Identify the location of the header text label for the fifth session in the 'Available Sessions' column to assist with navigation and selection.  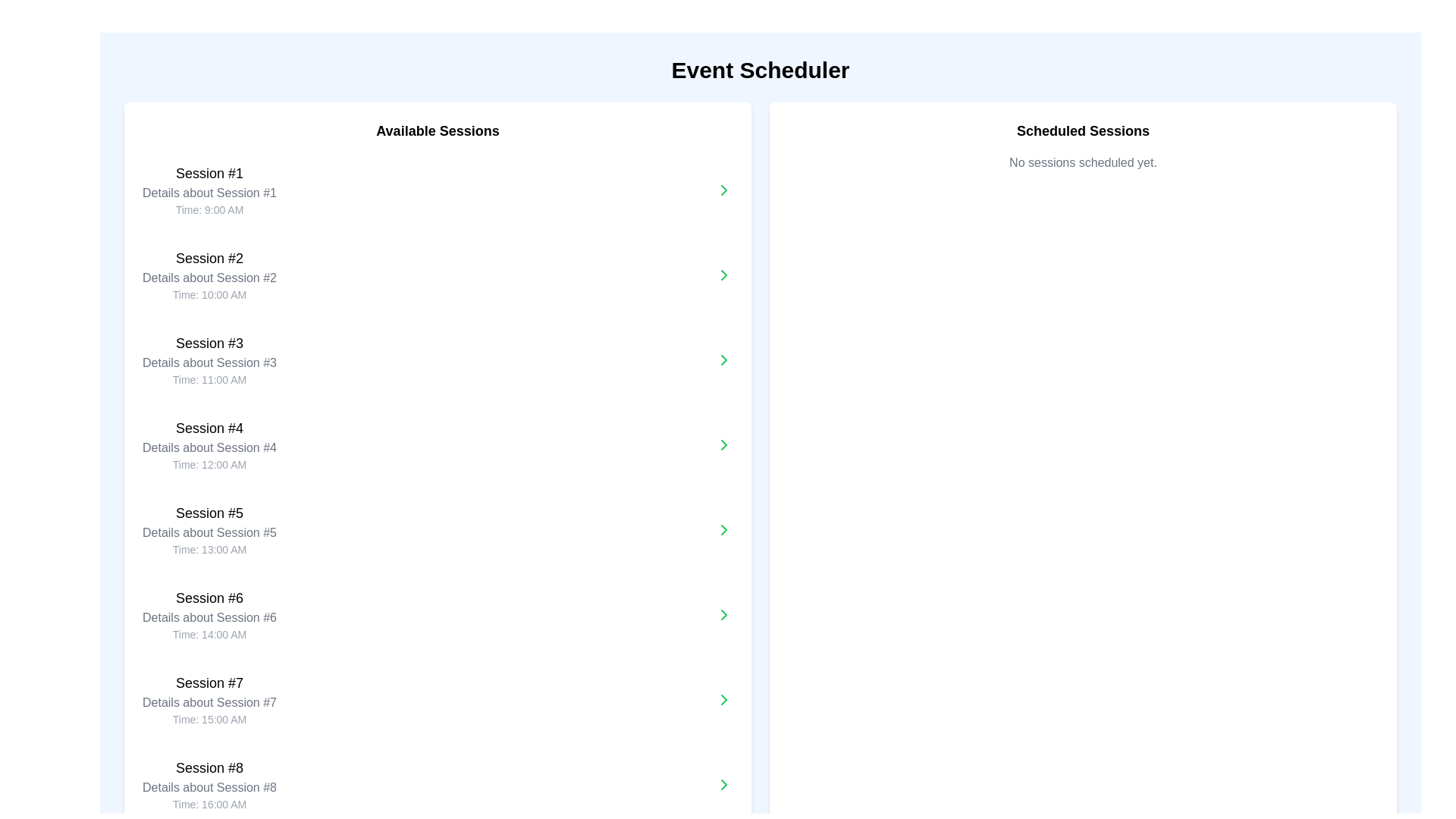
(209, 513).